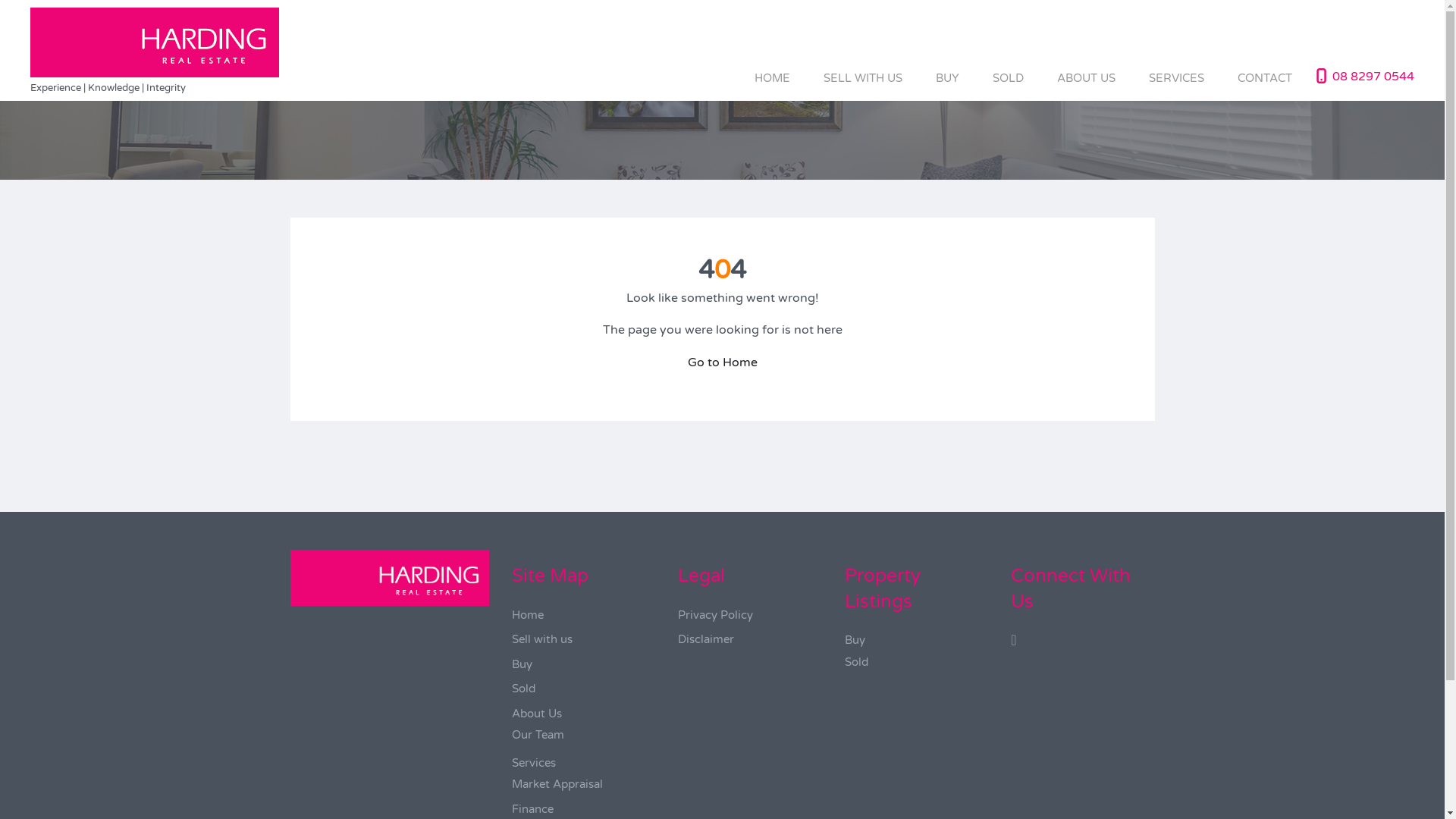 The image size is (1456, 819). What do you see at coordinates (538, 733) in the screenshot?
I see `'Our Team'` at bounding box center [538, 733].